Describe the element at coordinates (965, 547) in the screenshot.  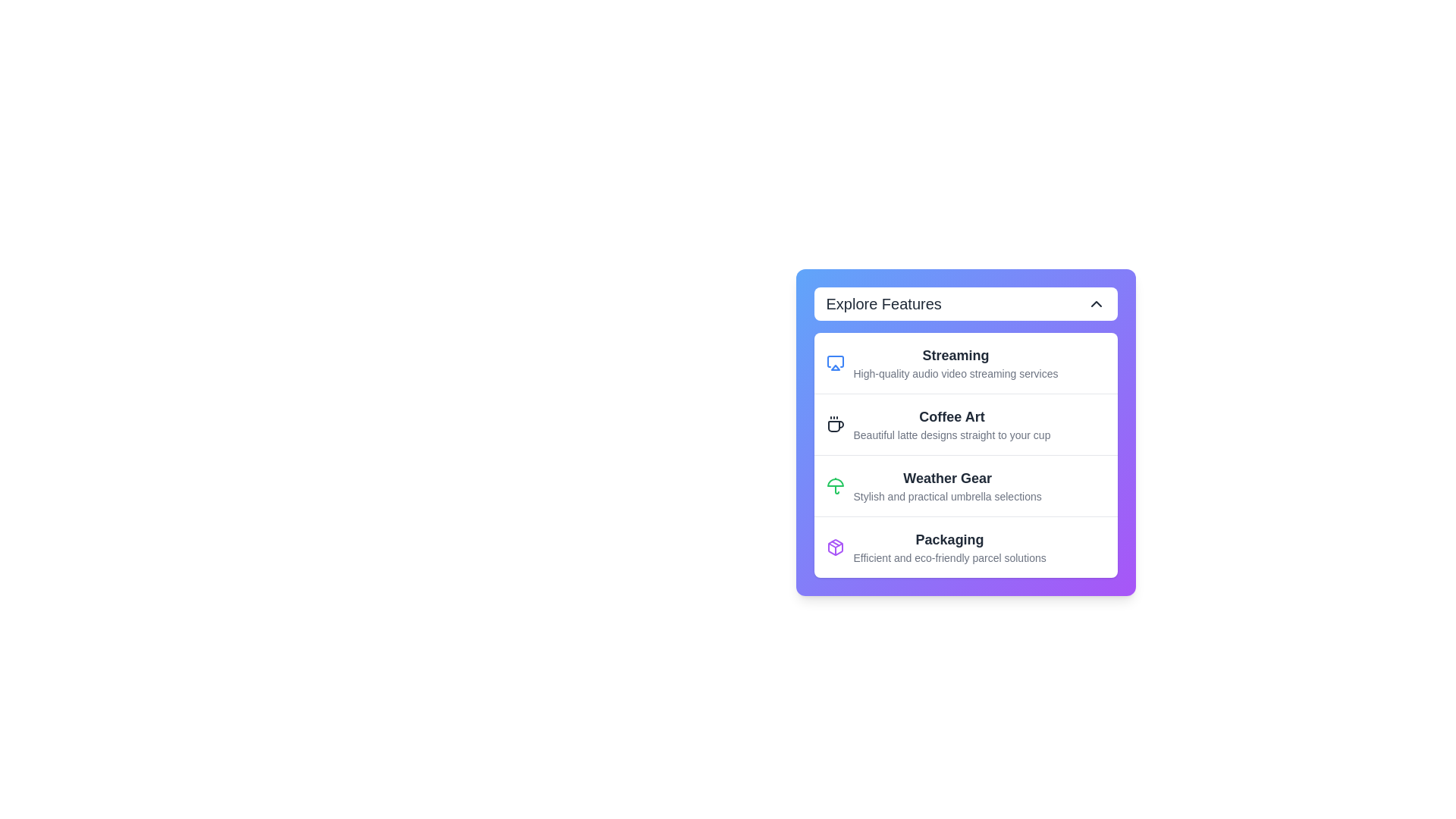
I see `the fourth list item at the bottom of the vertical list related to packaging services` at that location.